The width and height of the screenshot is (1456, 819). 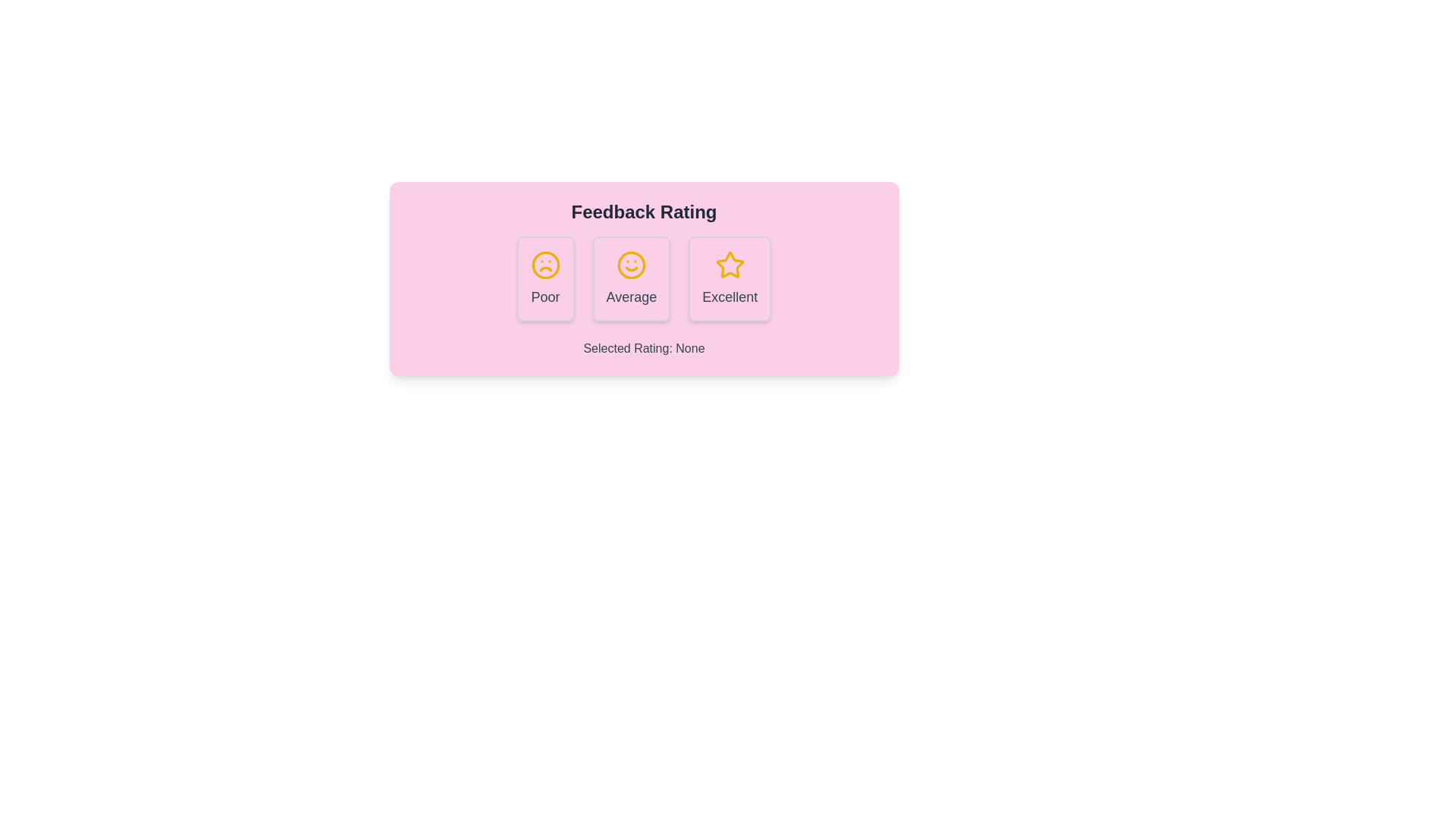 I want to click on the 'Average' feedback button, which is the middle button in the pink box labeled 'Feedback Rating.', so click(x=644, y=278).